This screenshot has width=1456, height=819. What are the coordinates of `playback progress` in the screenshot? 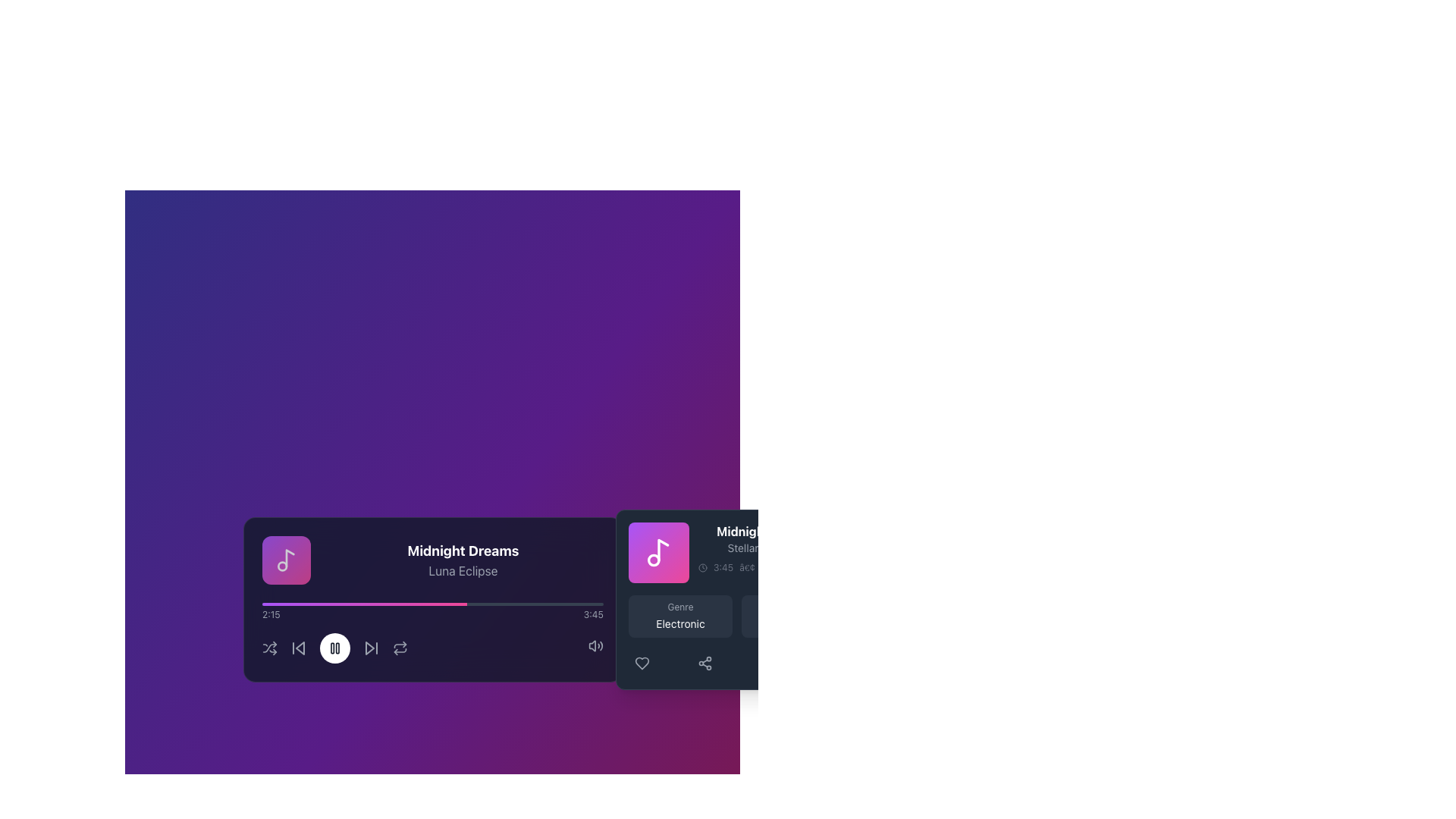 It's located at (449, 604).